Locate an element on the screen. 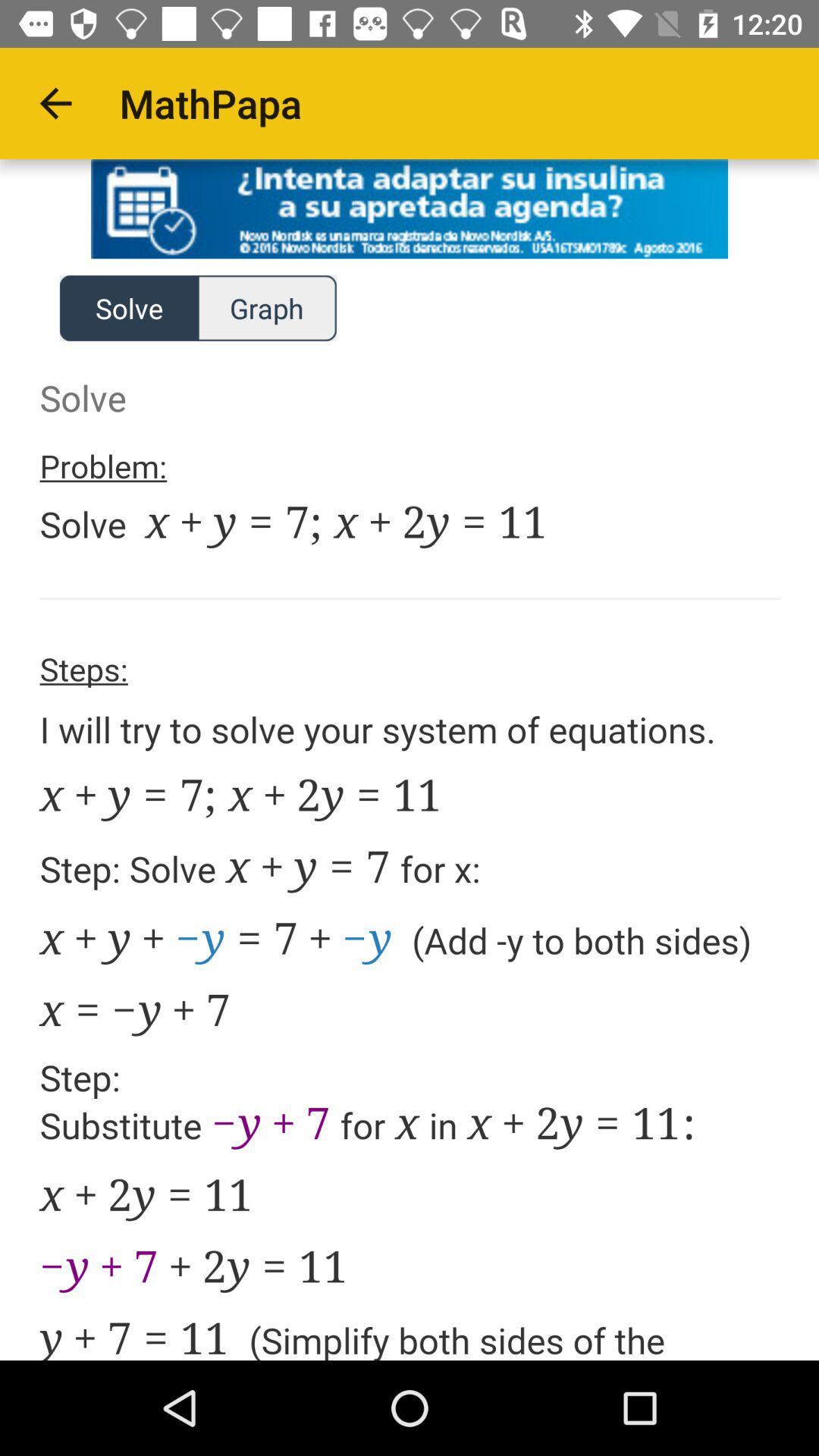 The height and width of the screenshot is (1456, 819). click advertisement is located at coordinates (409, 208).